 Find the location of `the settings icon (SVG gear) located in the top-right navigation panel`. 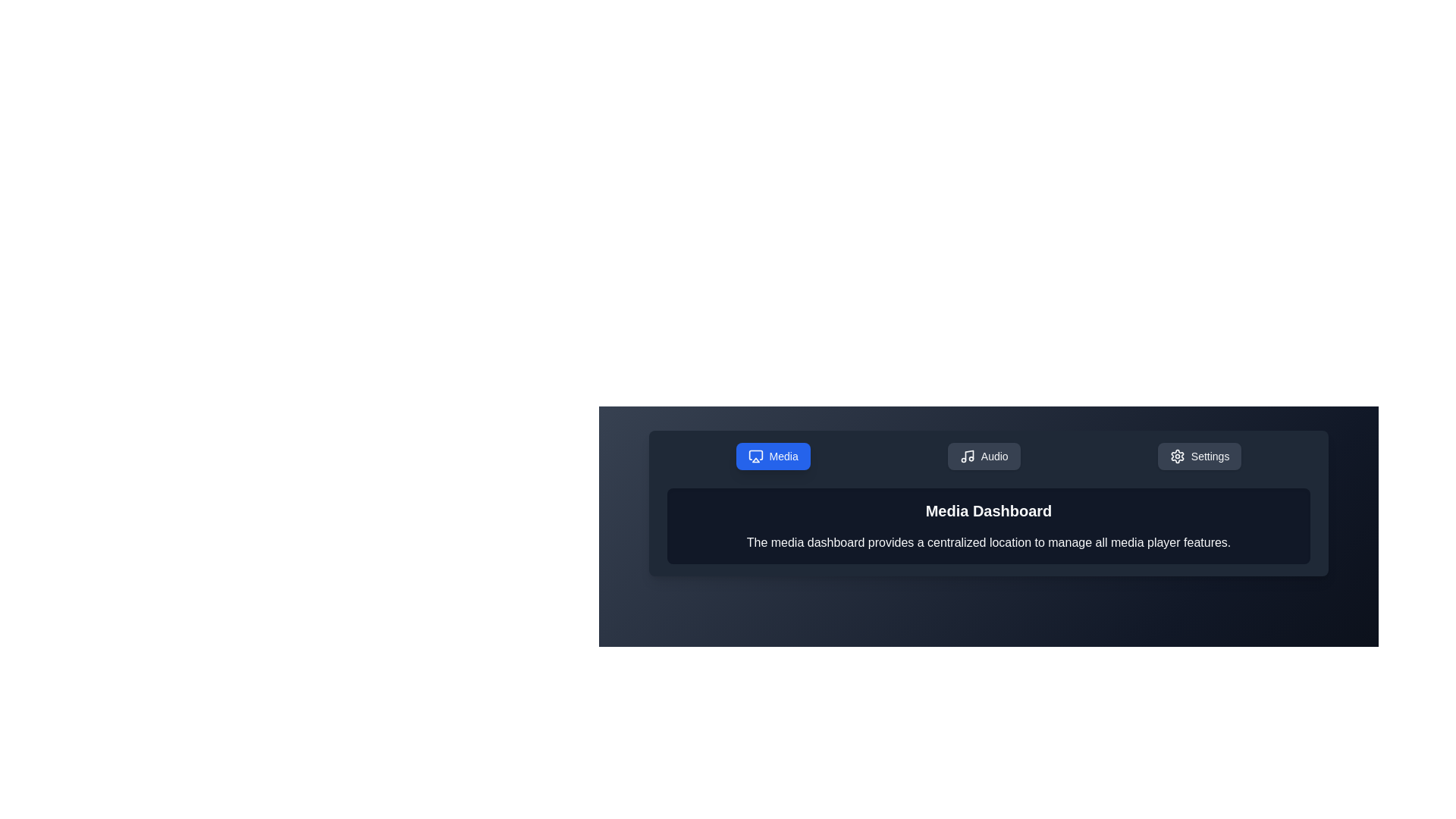

the settings icon (SVG gear) located in the top-right navigation panel is located at coordinates (1176, 455).